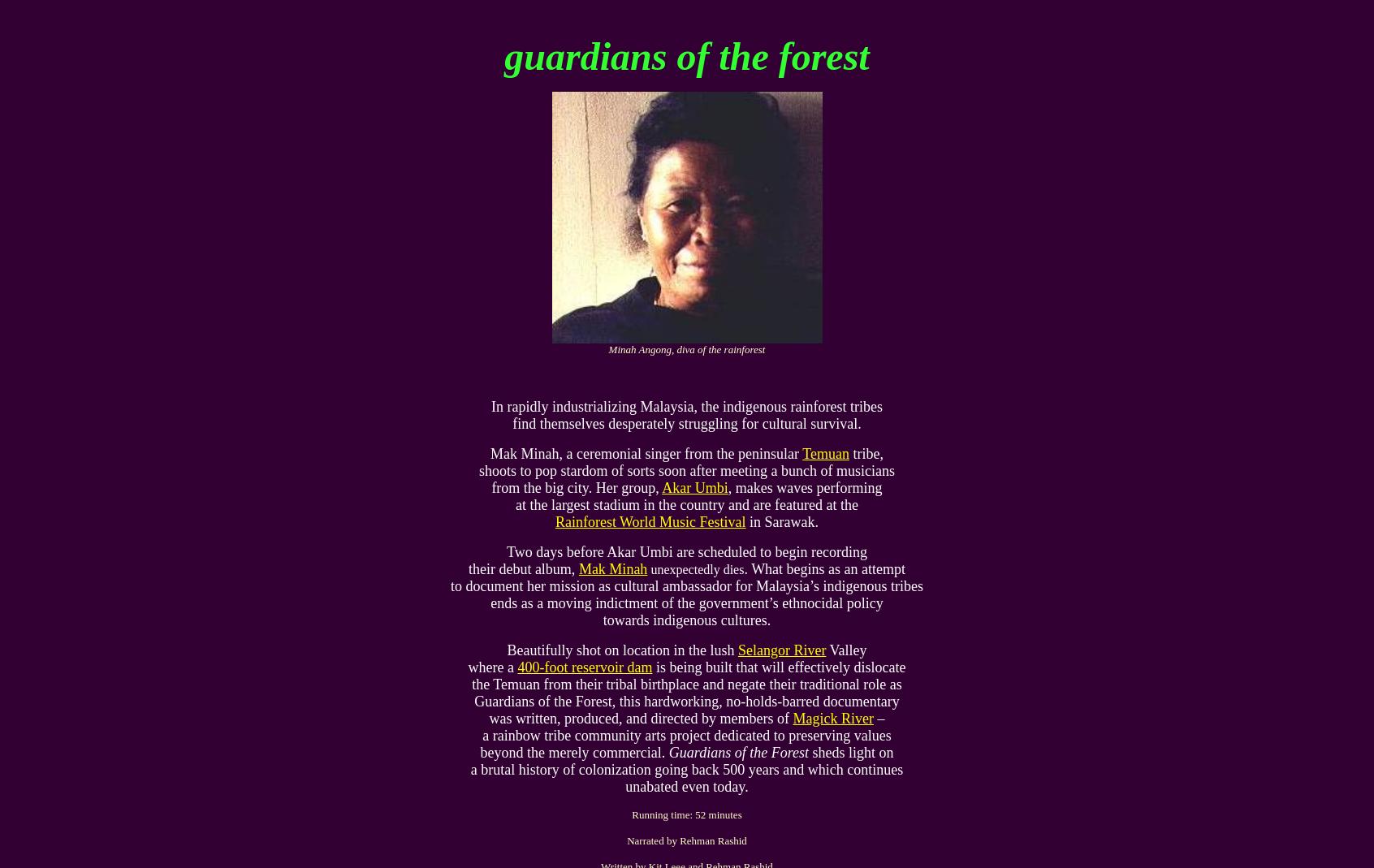 The image size is (1374, 868). I want to click on 'Temuan', so click(824, 453).